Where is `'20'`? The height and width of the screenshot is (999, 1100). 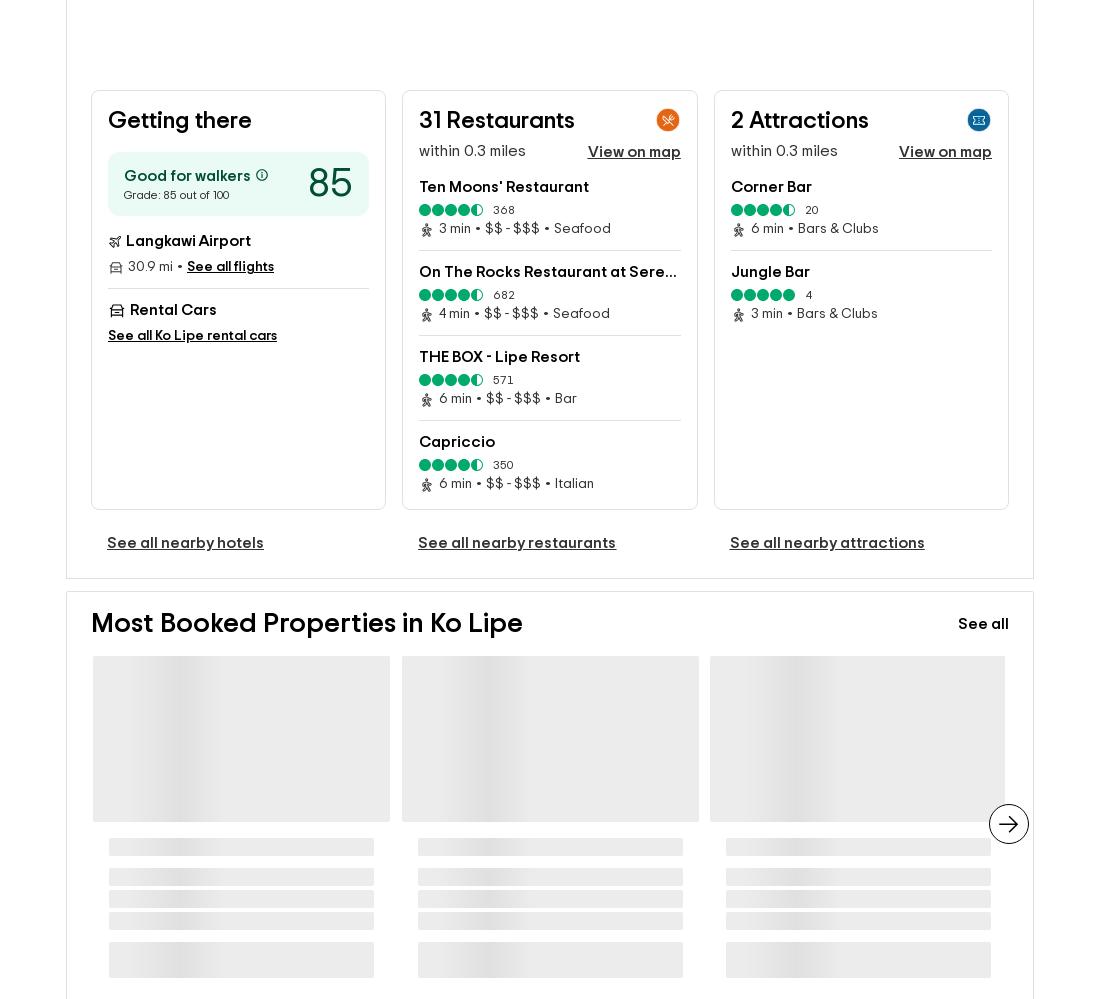 '20' is located at coordinates (810, 177).